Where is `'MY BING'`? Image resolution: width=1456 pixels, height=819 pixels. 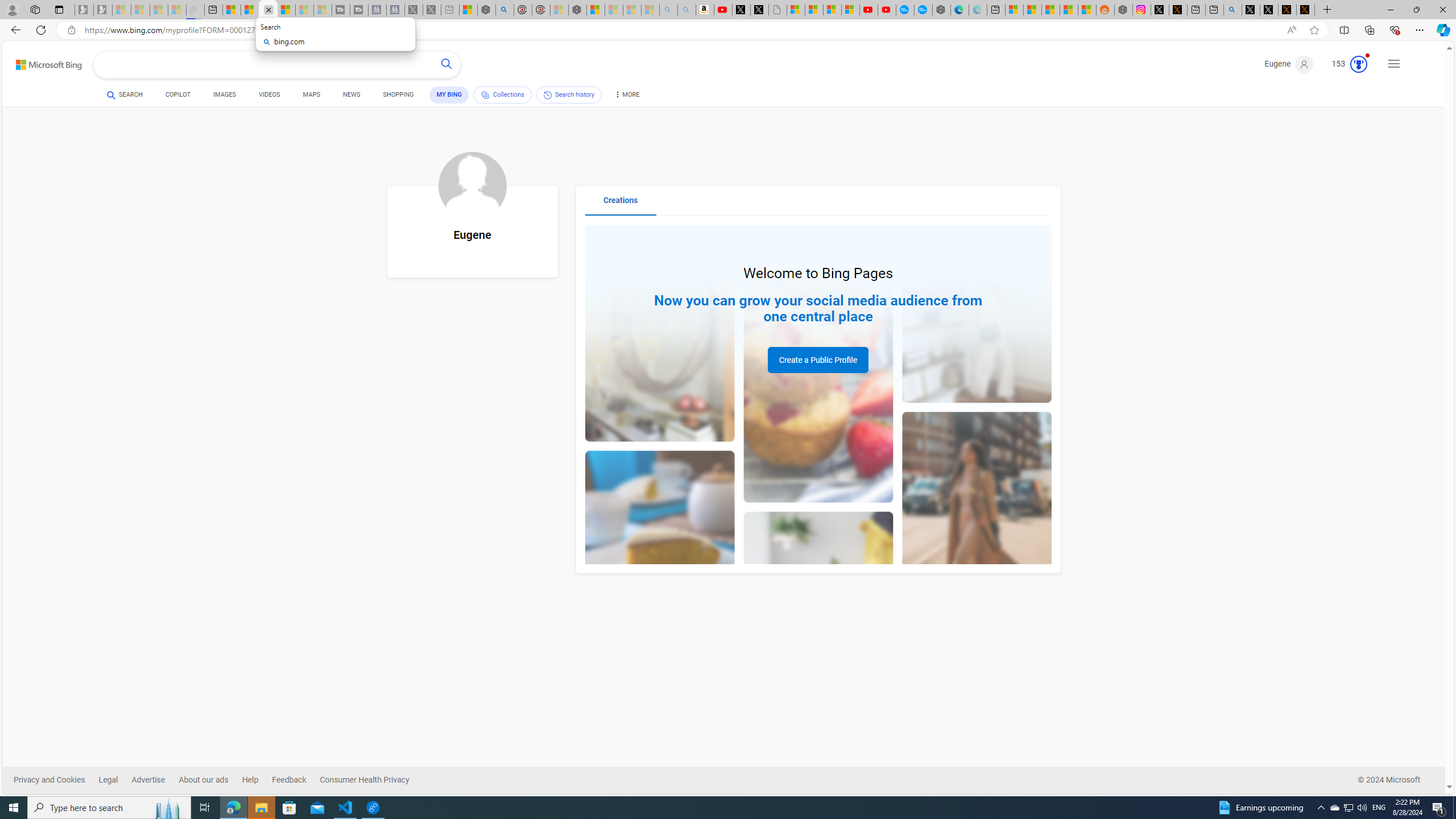
'MY BING' is located at coordinates (448, 94).